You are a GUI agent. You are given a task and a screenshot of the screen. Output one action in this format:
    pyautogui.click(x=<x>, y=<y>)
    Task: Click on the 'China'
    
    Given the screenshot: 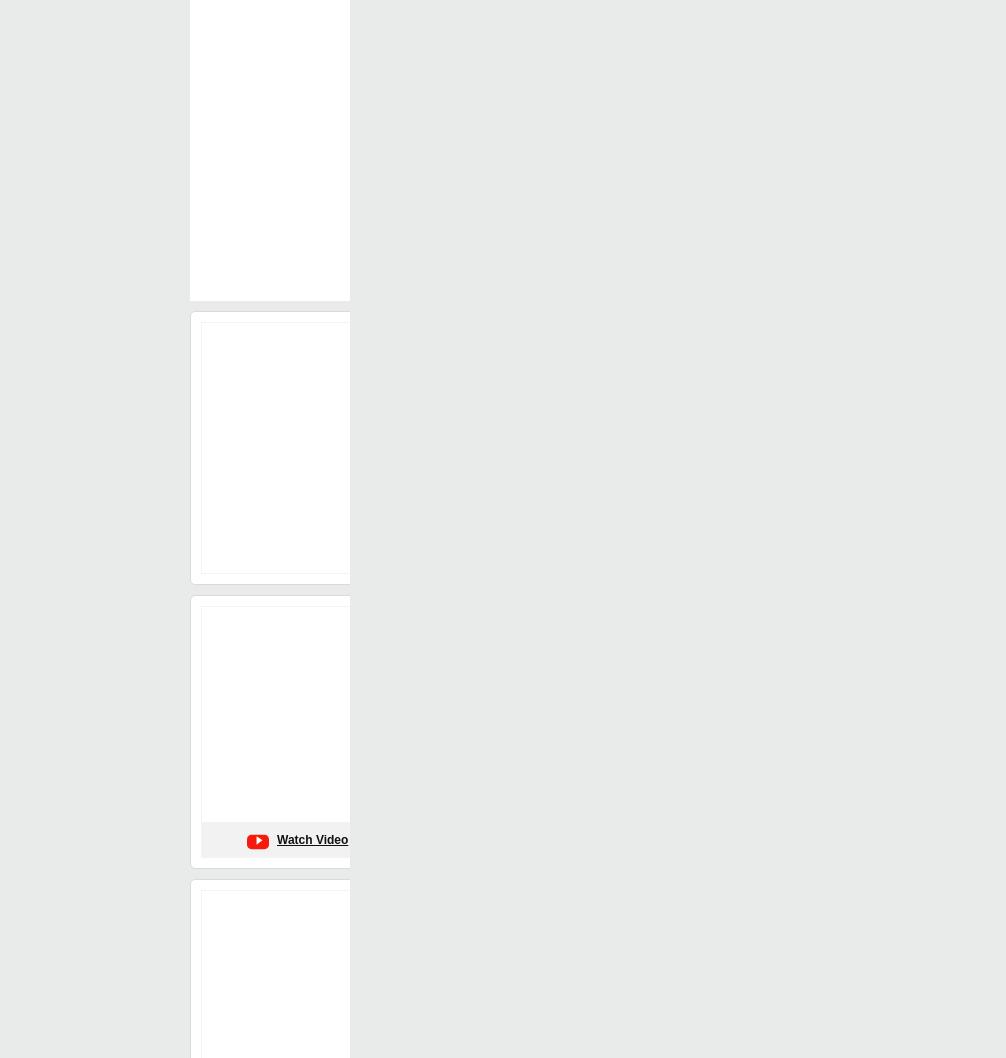 What is the action you would take?
    pyautogui.click(x=496, y=147)
    